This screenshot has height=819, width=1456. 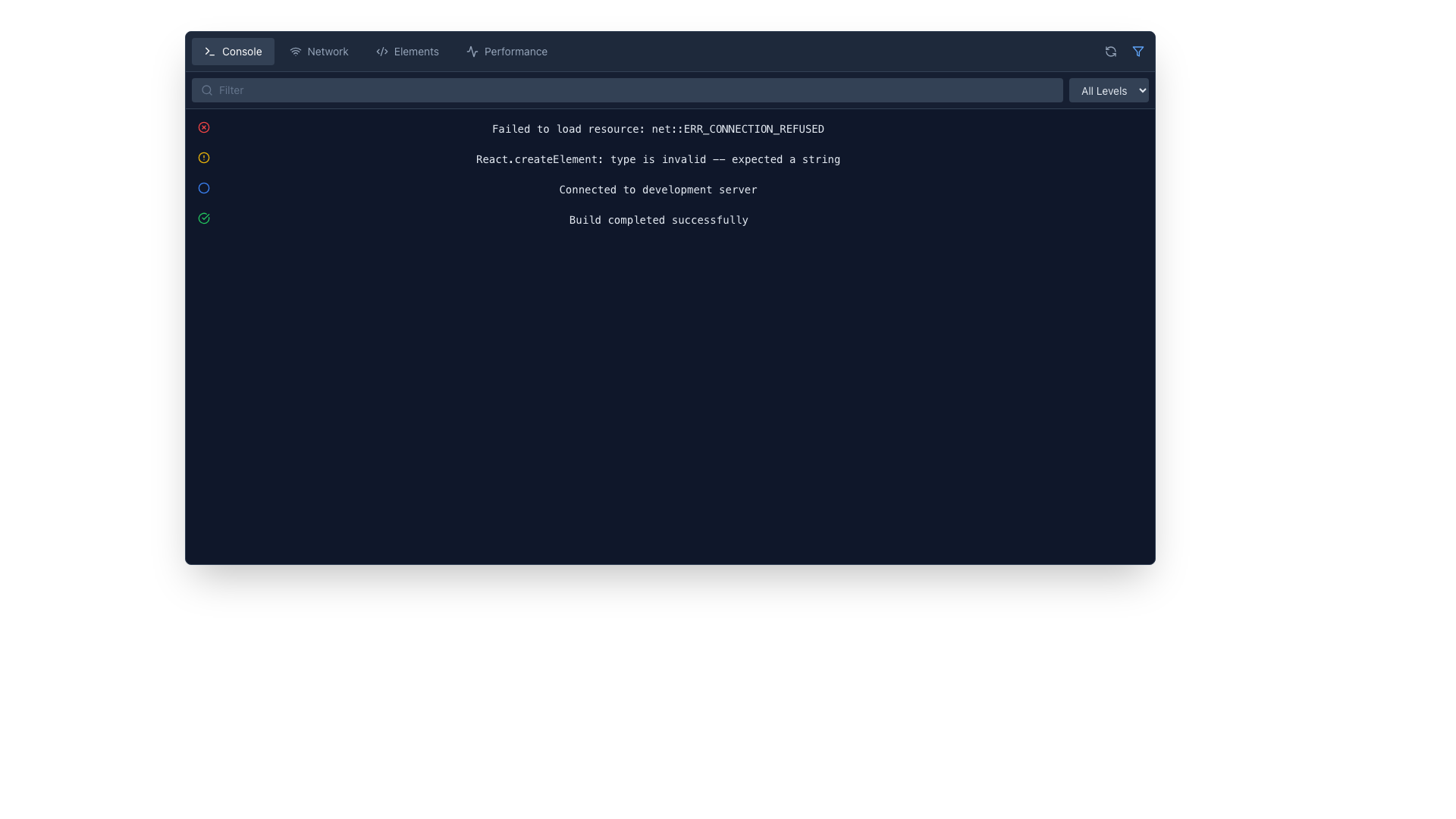 I want to click on error message icon displaying 'Failed to load resource: net::ERR_CONNECTION_REFUSED' located at the top of the vertical list of error messages, so click(x=669, y=127).